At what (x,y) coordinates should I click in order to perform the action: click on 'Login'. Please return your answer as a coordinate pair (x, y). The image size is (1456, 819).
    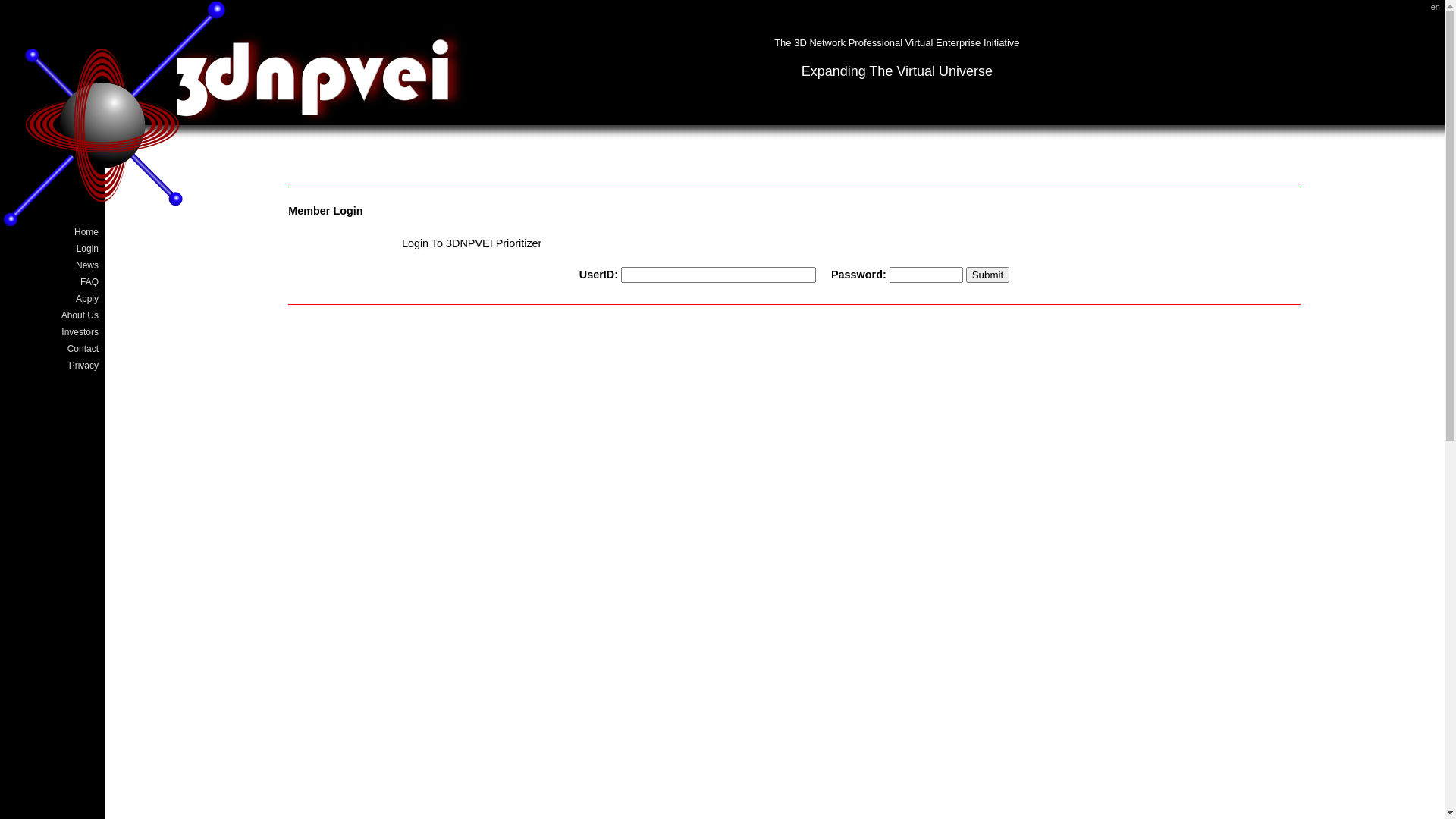
    Looking at the image, I should click on (53, 247).